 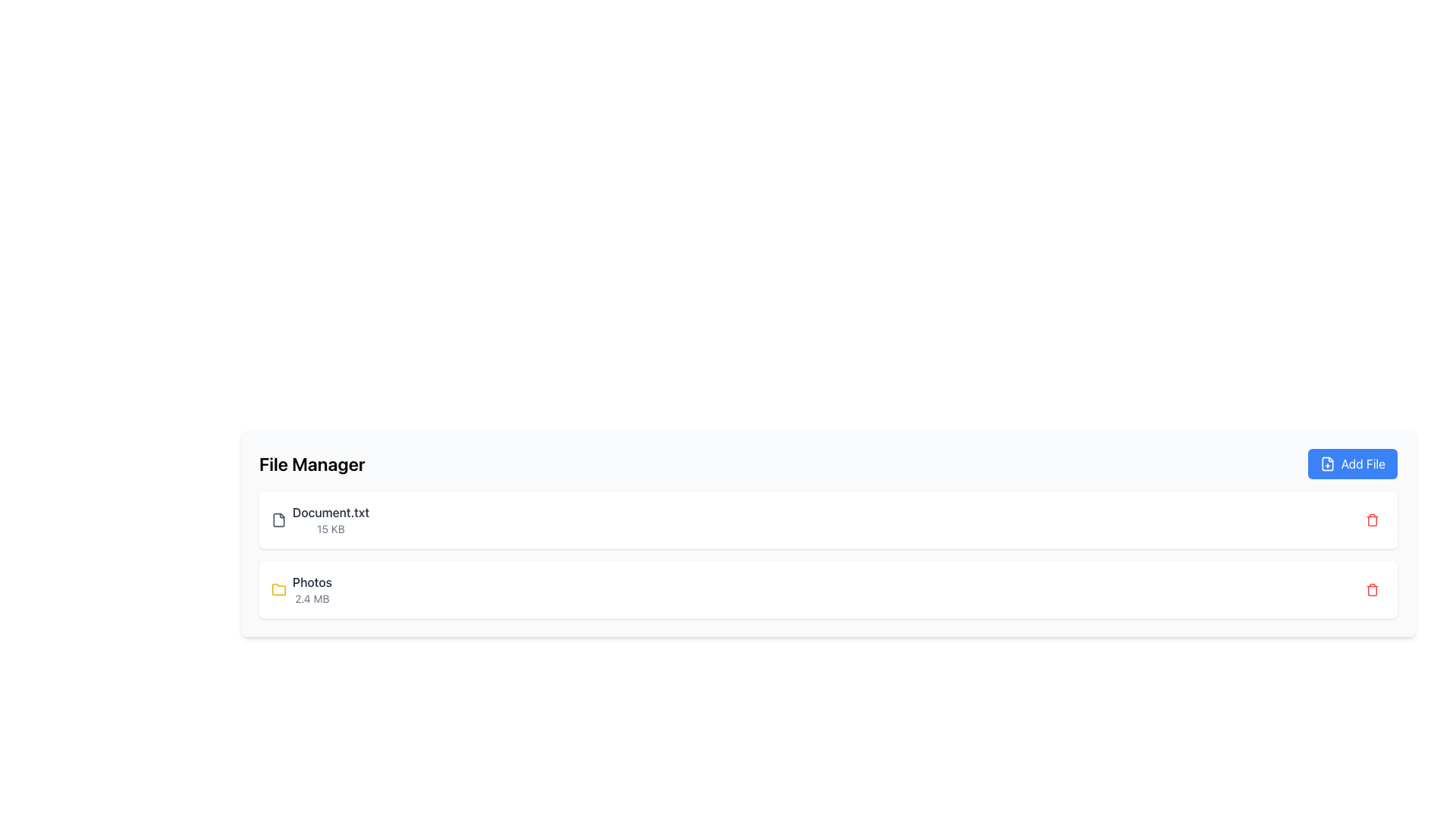 What do you see at coordinates (1372, 519) in the screenshot?
I see `the red trash bin icon button located in the top-right corner of the 'Photos' item row` at bounding box center [1372, 519].